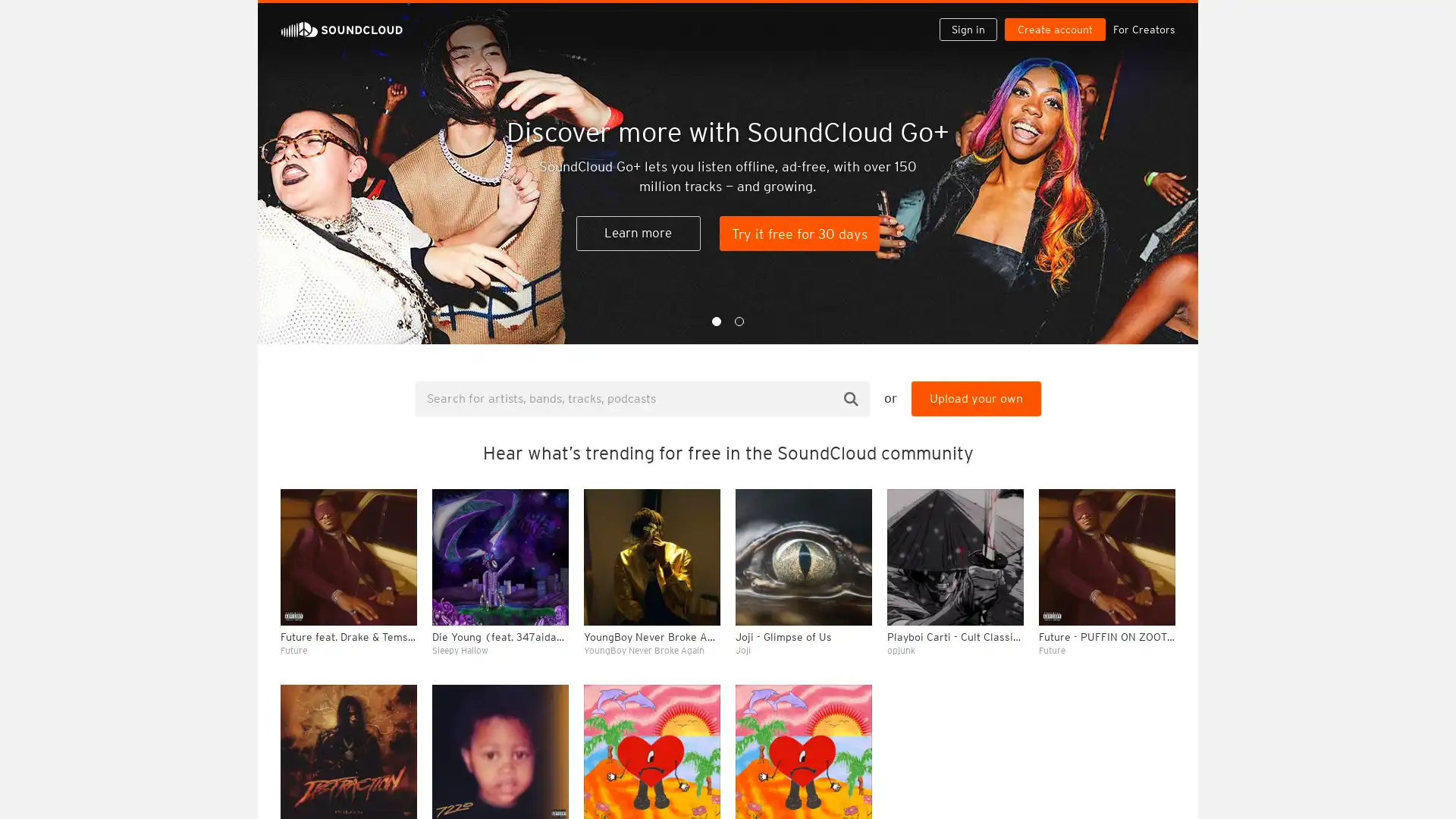 The height and width of the screenshot is (819, 1456). I want to click on Sign in, so click(974, 17).